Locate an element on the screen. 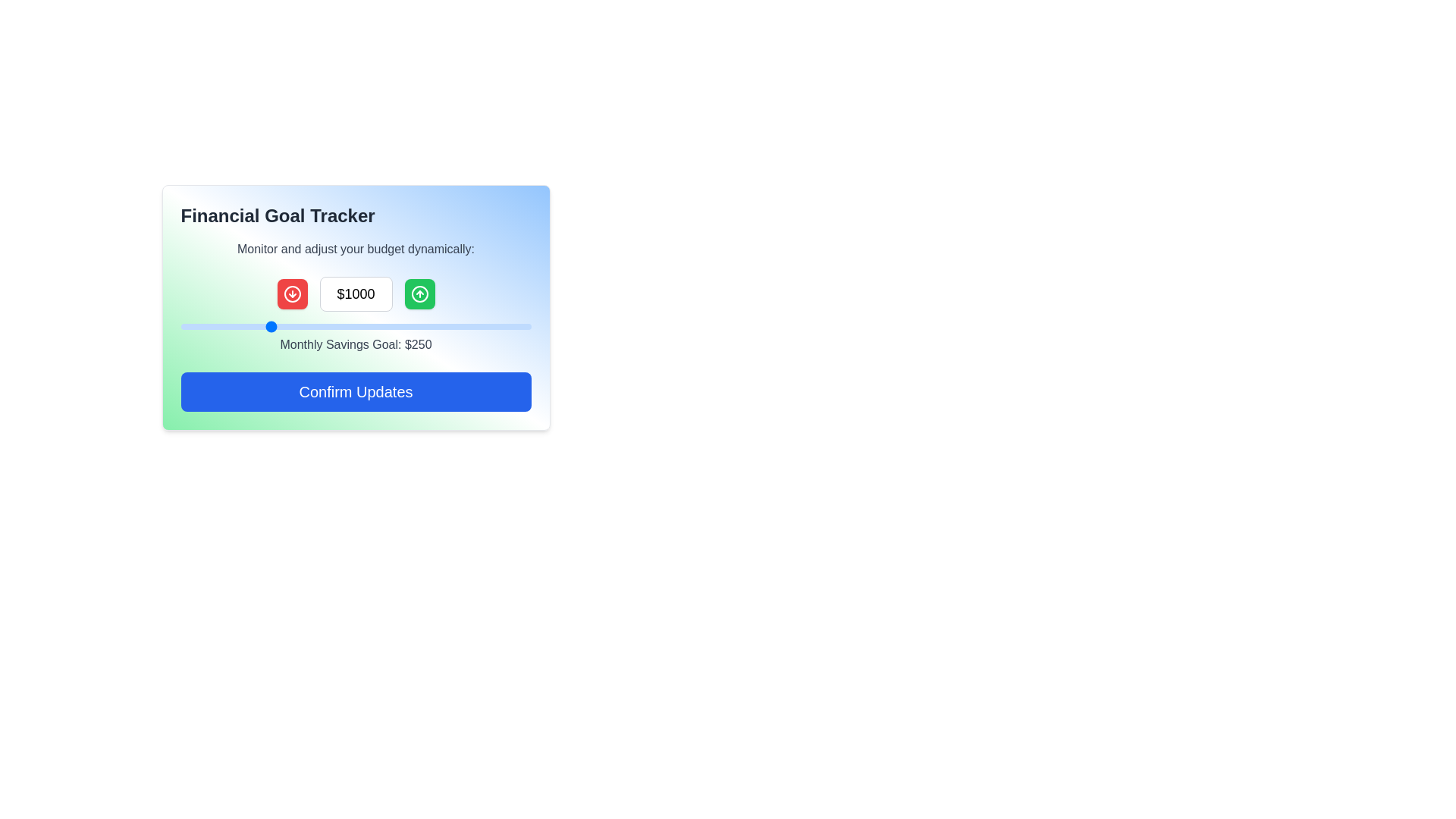 The width and height of the screenshot is (1456, 819). the monthly savings goal is located at coordinates (208, 326).